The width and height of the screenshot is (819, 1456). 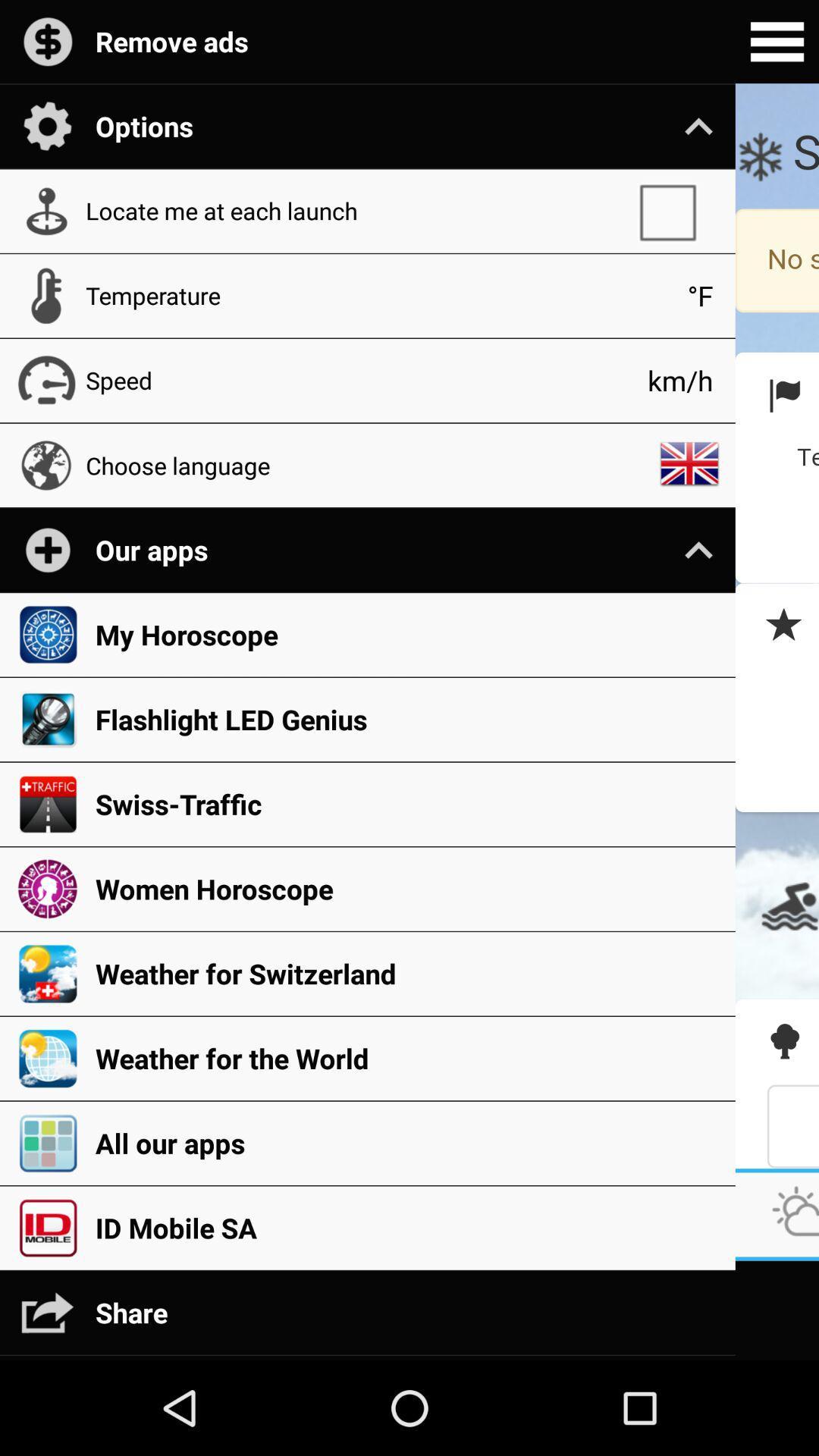 I want to click on automatic location, so click(x=674, y=210).